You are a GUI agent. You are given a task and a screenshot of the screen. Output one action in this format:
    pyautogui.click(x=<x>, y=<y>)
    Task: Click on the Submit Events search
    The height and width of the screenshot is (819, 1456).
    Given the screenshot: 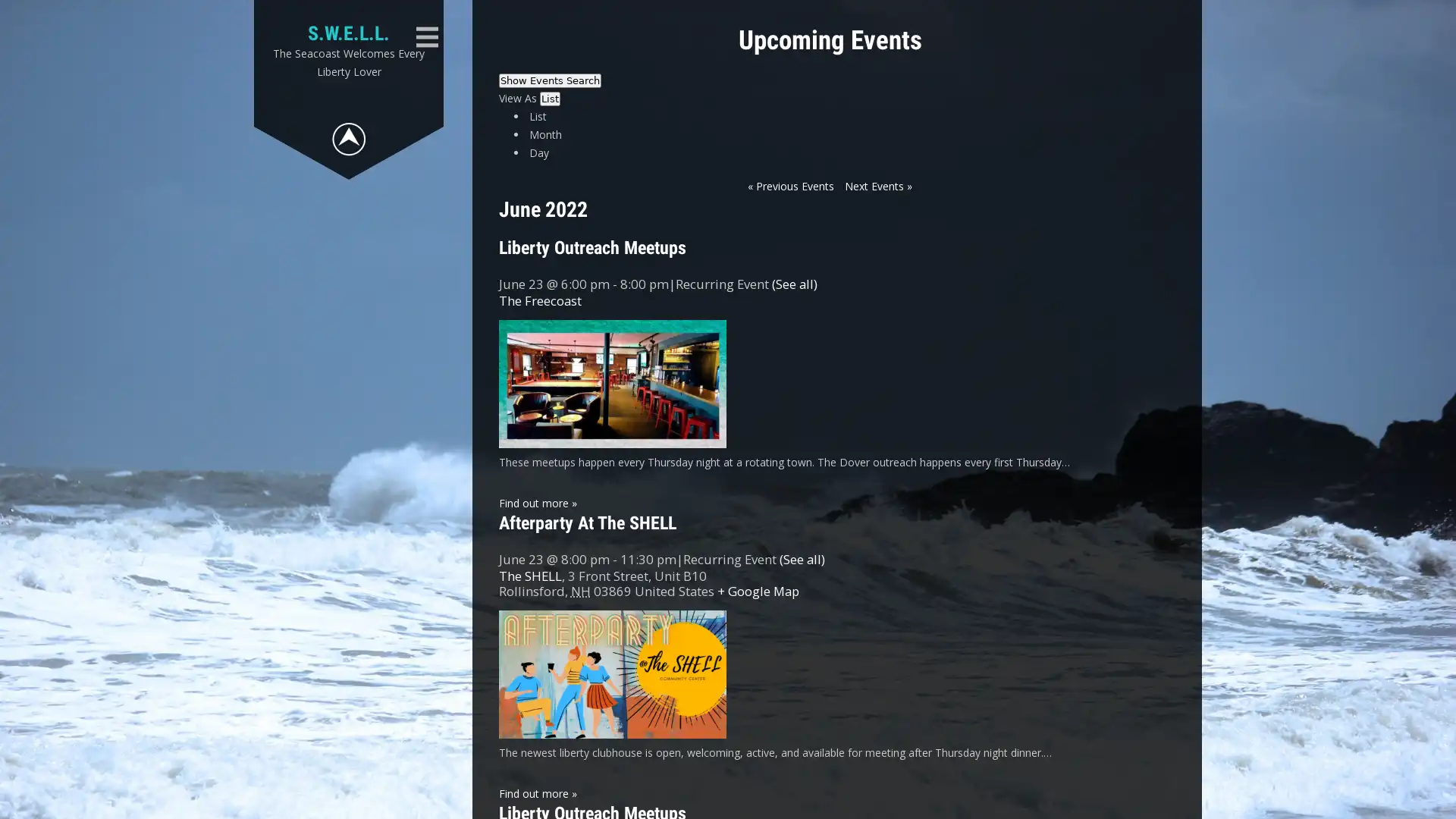 What is the action you would take?
    pyautogui.click(x=528, y=133)
    